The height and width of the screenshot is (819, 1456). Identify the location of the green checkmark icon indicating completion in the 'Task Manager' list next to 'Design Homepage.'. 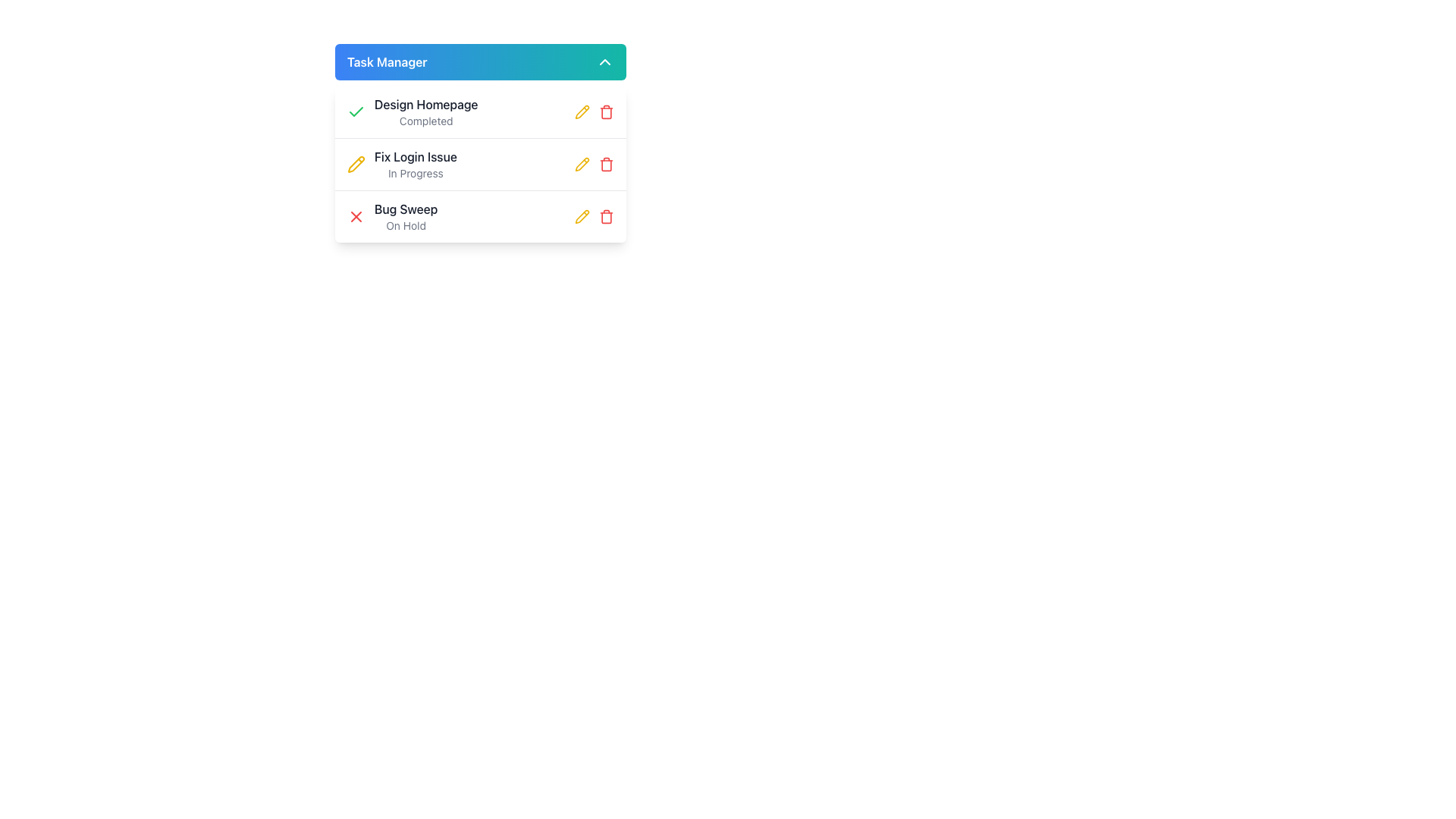
(356, 111).